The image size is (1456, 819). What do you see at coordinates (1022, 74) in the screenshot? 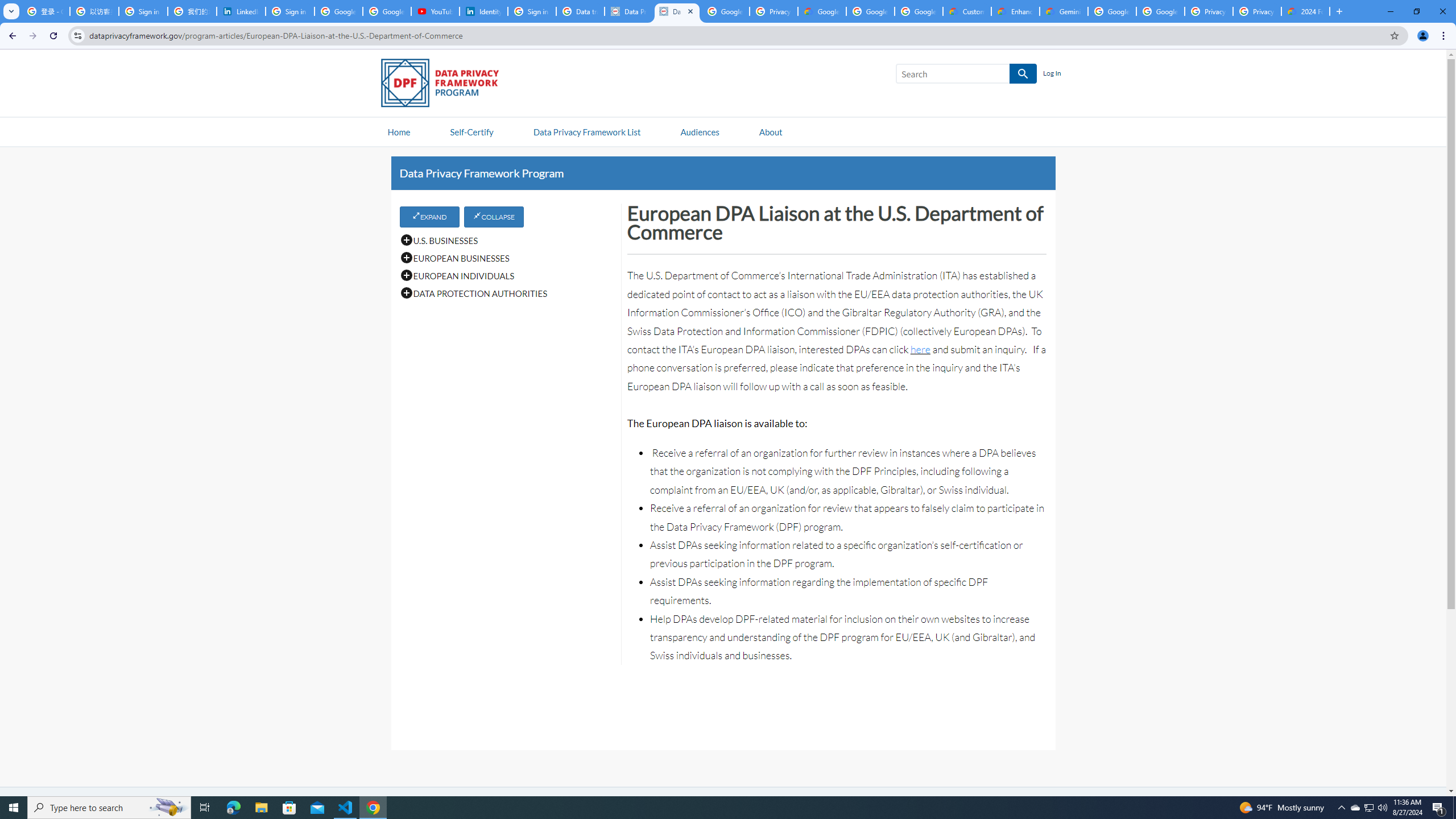
I see `'SEARCH'` at bounding box center [1022, 74].